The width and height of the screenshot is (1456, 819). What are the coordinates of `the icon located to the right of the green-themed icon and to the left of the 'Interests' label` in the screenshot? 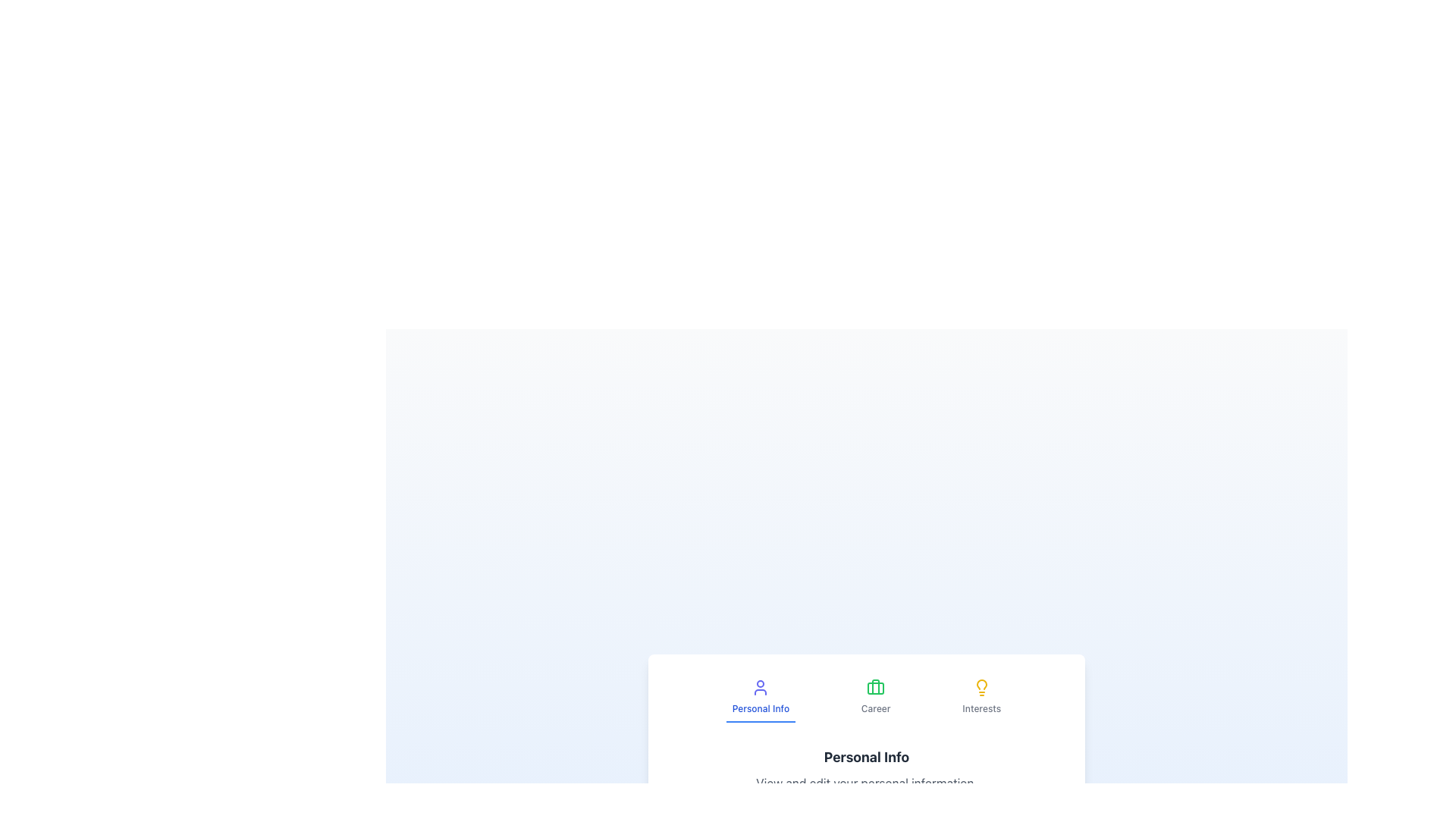 It's located at (981, 684).